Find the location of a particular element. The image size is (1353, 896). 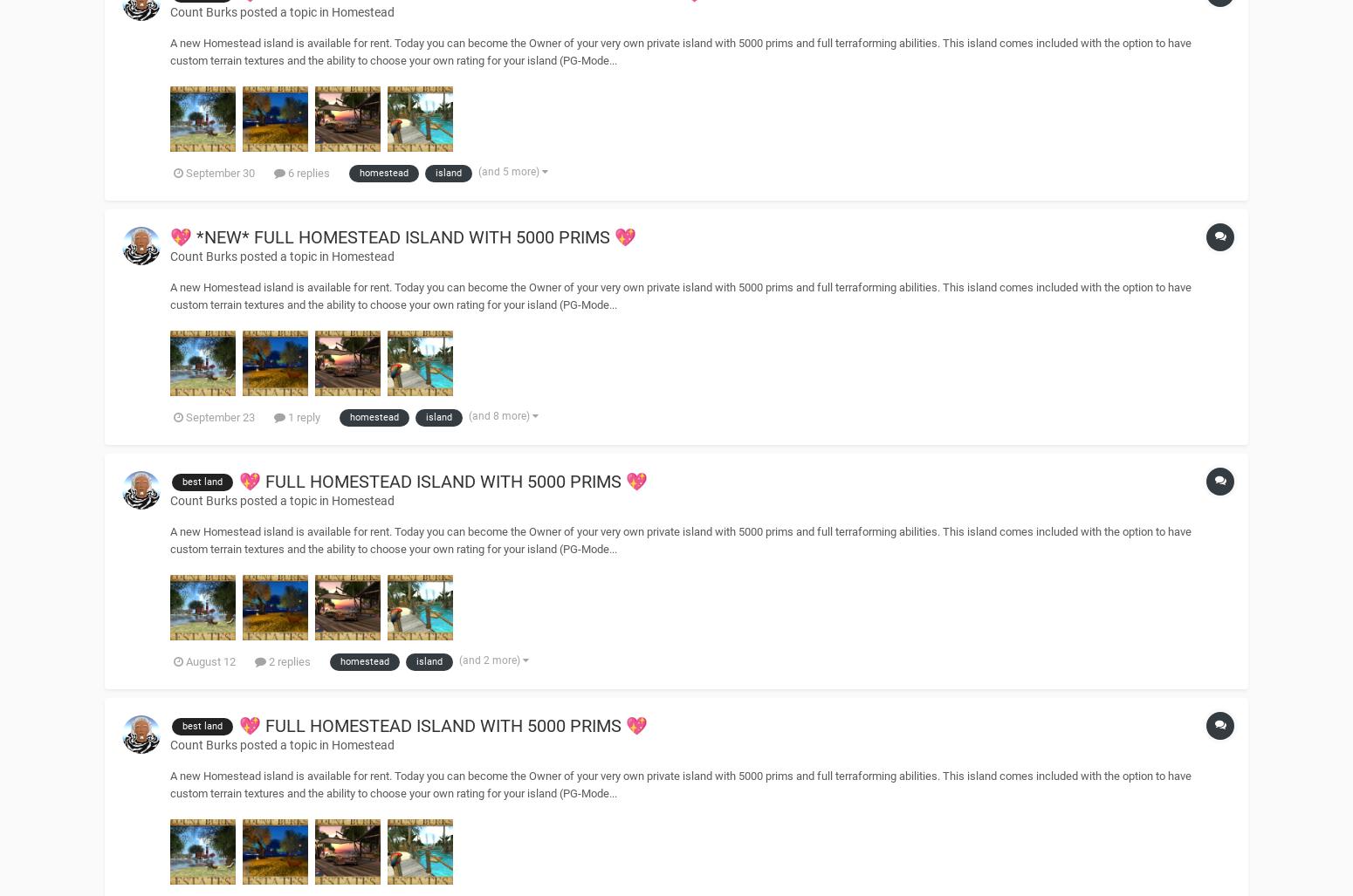

'(and 5 more)' is located at coordinates (477, 170).